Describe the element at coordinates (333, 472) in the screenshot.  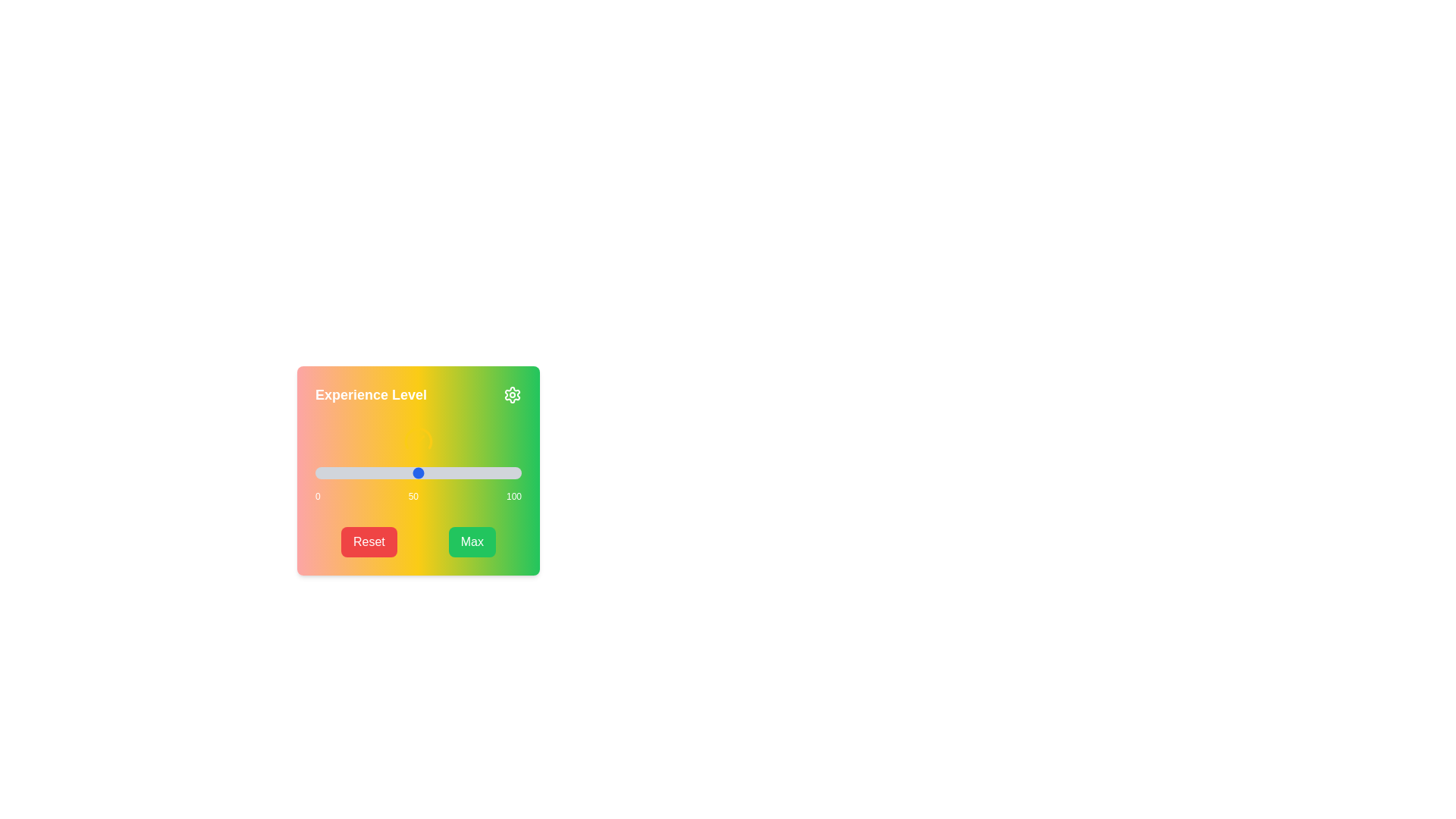
I see `the slider to set the value to 9` at that location.